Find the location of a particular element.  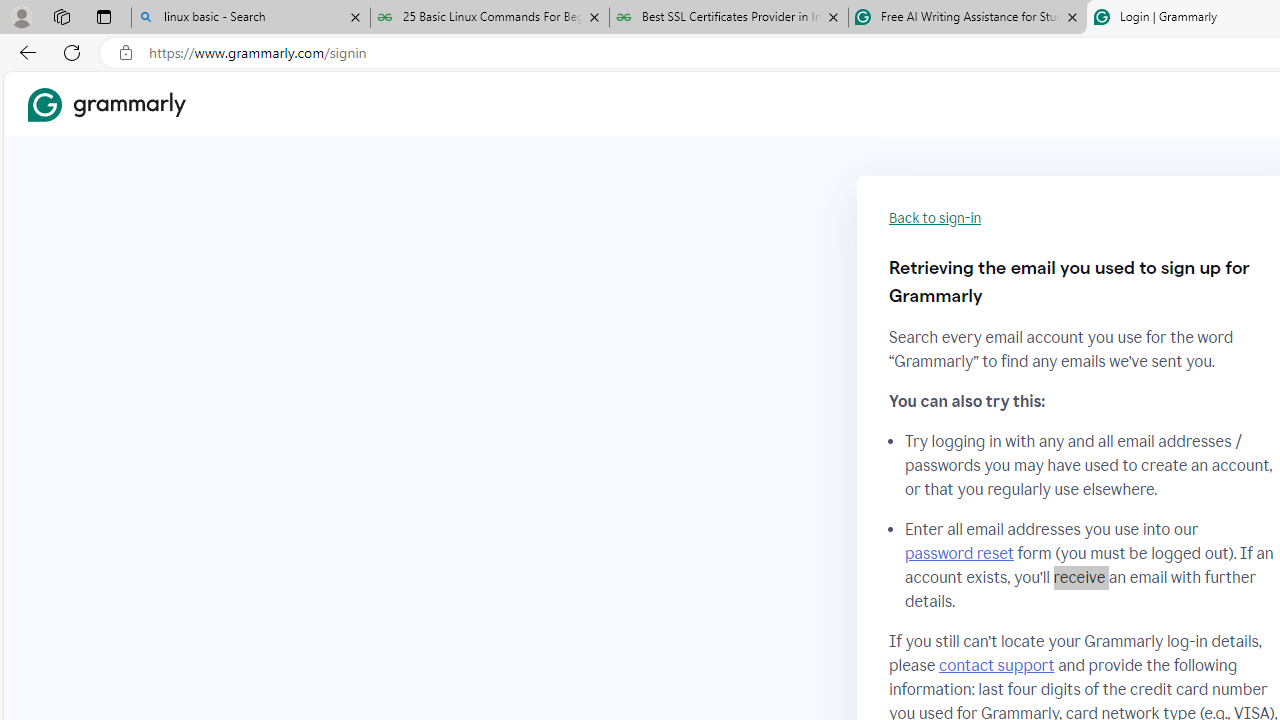

'linux basic - Search' is located at coordinates (249, 17).